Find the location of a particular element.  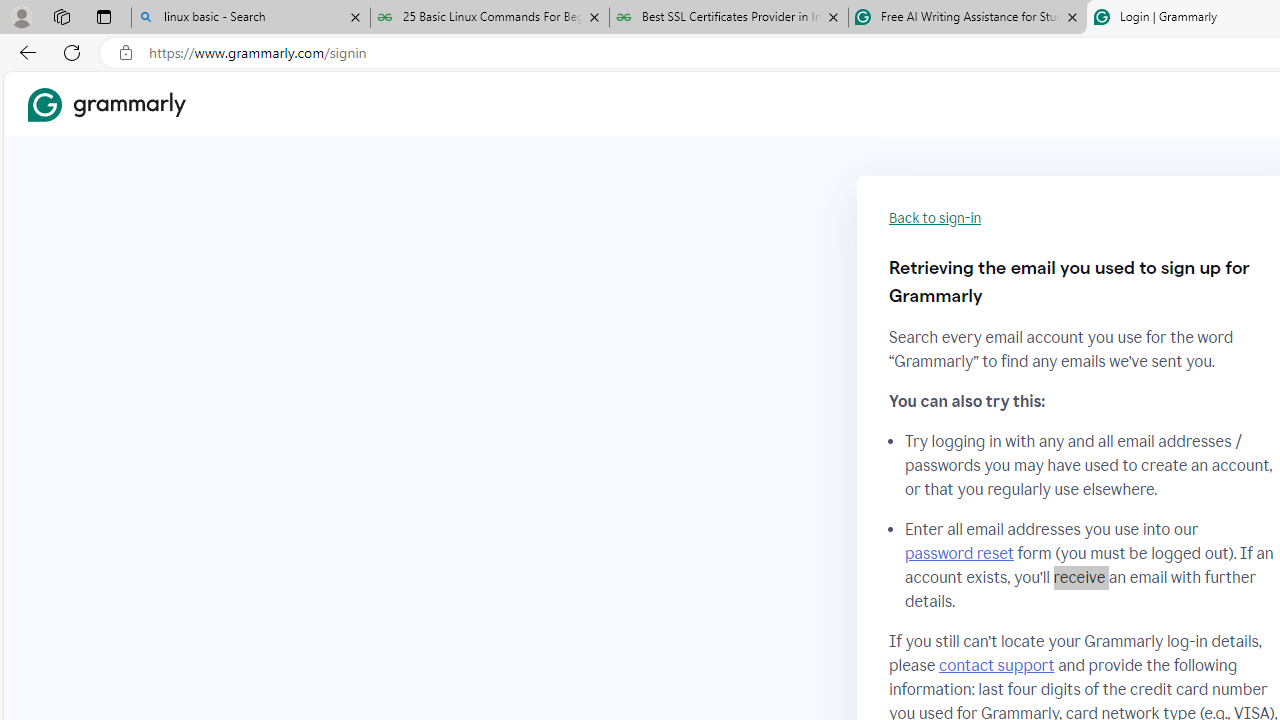

'linux basic - Search' is located at coordinates (249, 17).